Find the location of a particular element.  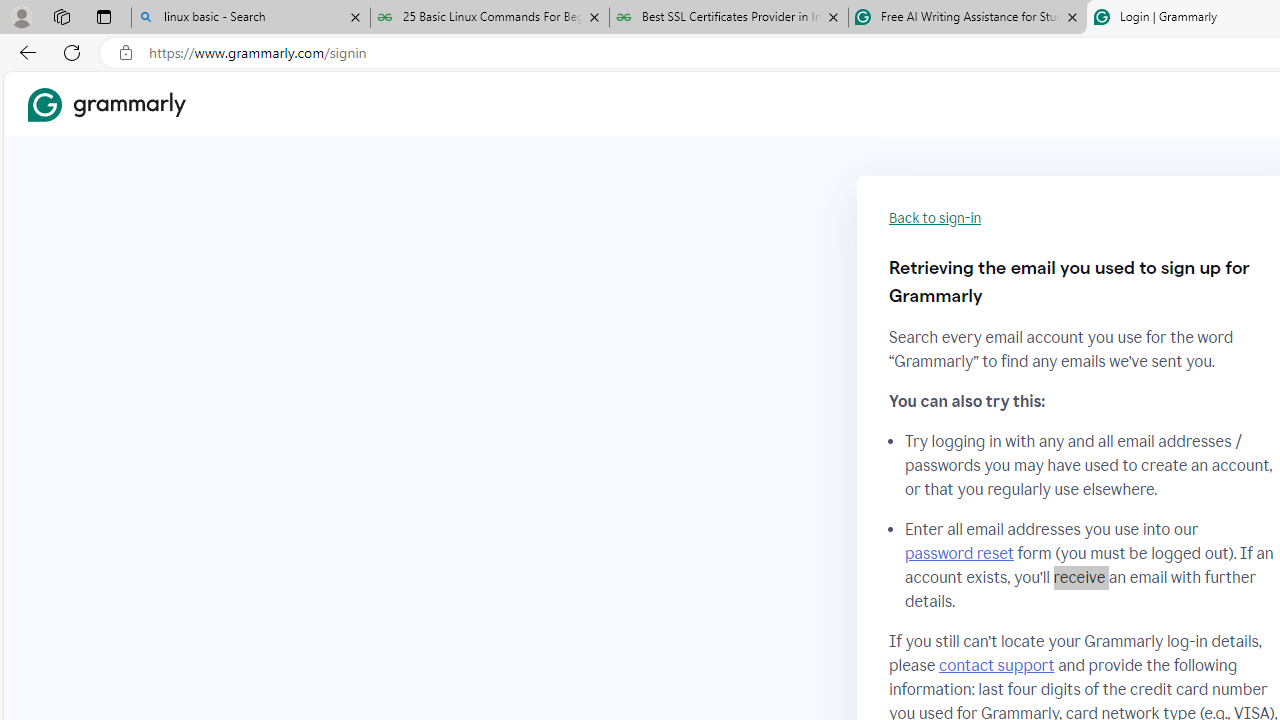

'linux basic - Search' is located at coordinates (249, 17).